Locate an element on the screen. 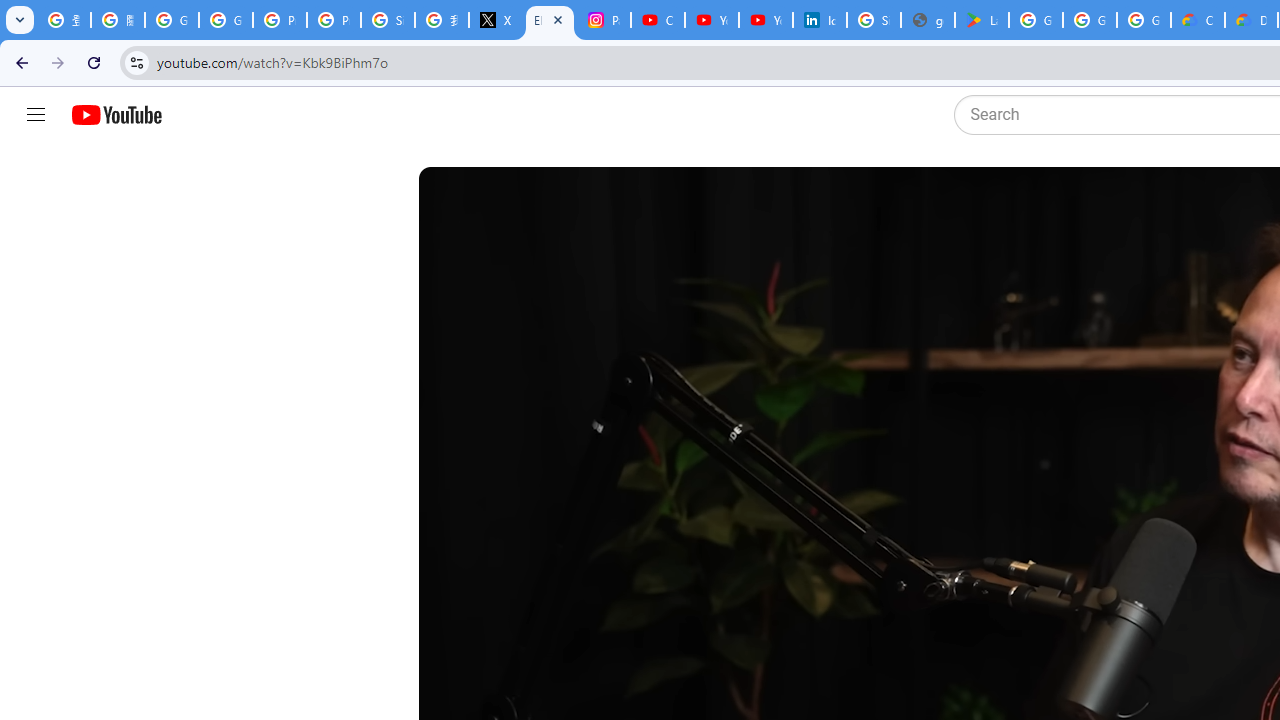 The width and height of the screenshot is (1280, 720). 'Privacy Help Center - Policies Help' is located at coordinates (334, 20).